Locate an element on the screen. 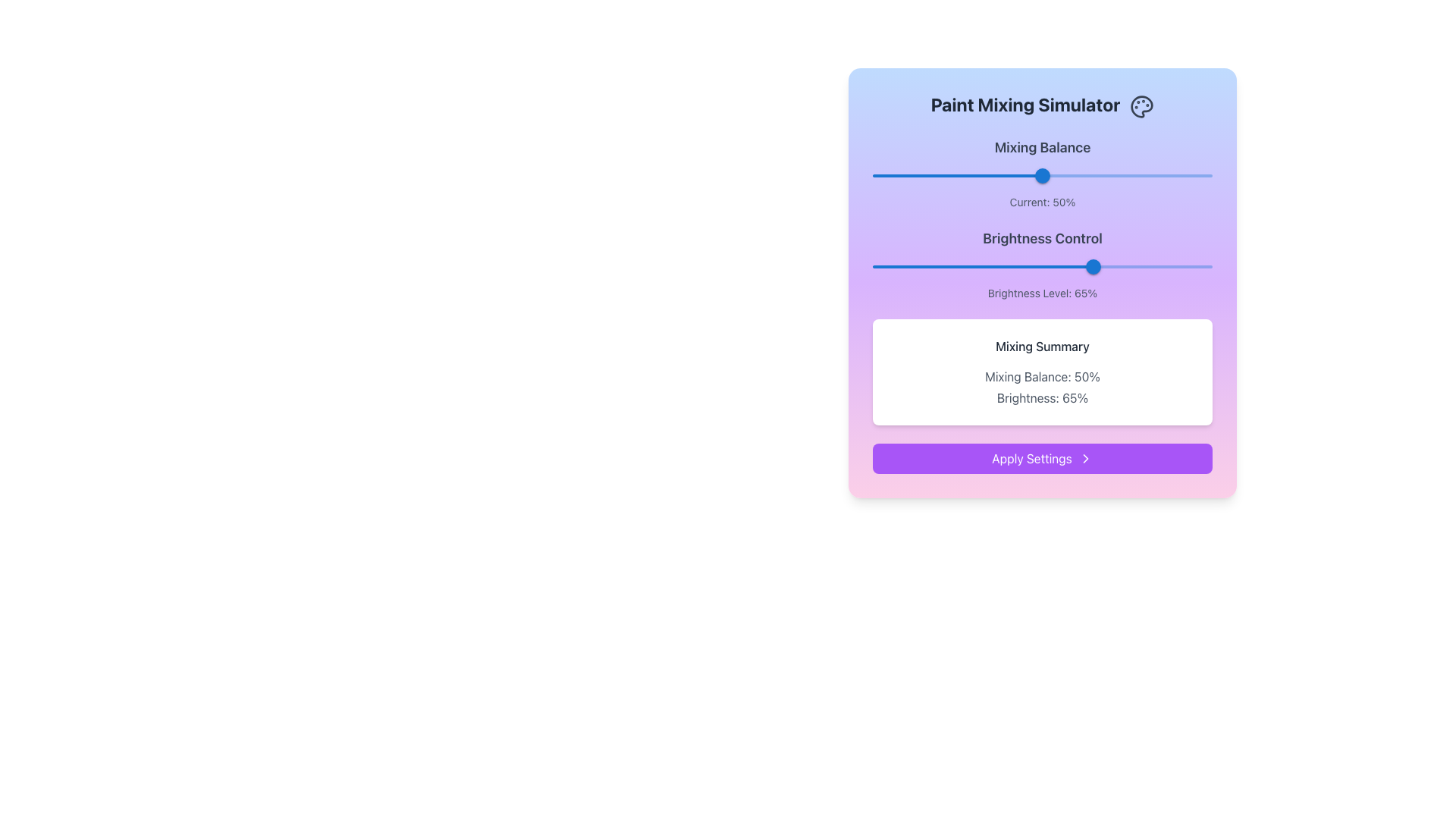  the paint mixing icon located at the top right of the 'Paint Mixing Simulator' text, which represents the application's purpose for artistic activities is located at coordinates (1142, 105).